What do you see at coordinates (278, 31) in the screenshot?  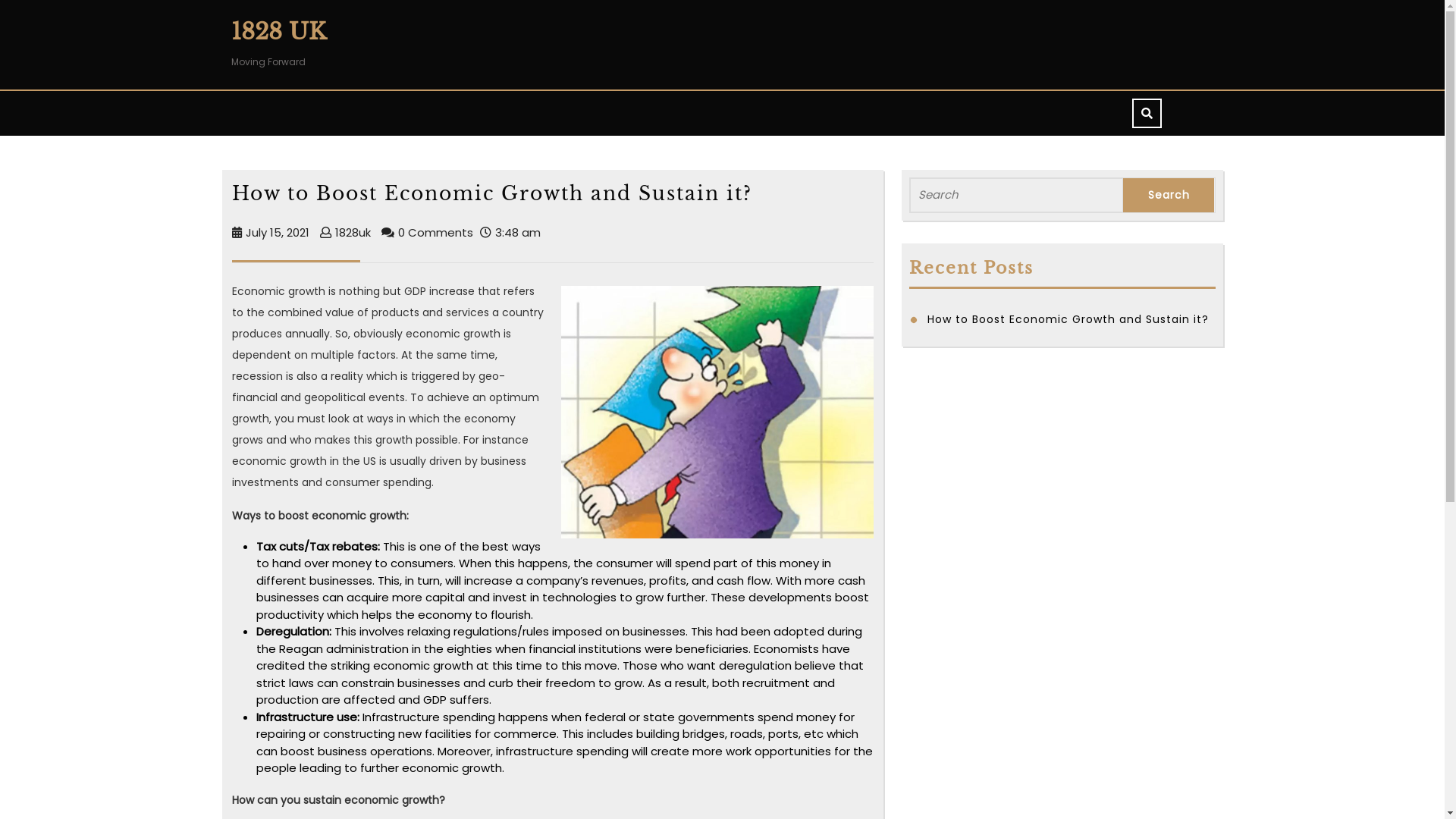 I see `'1828 UK'` at bounding box center [278, 31].